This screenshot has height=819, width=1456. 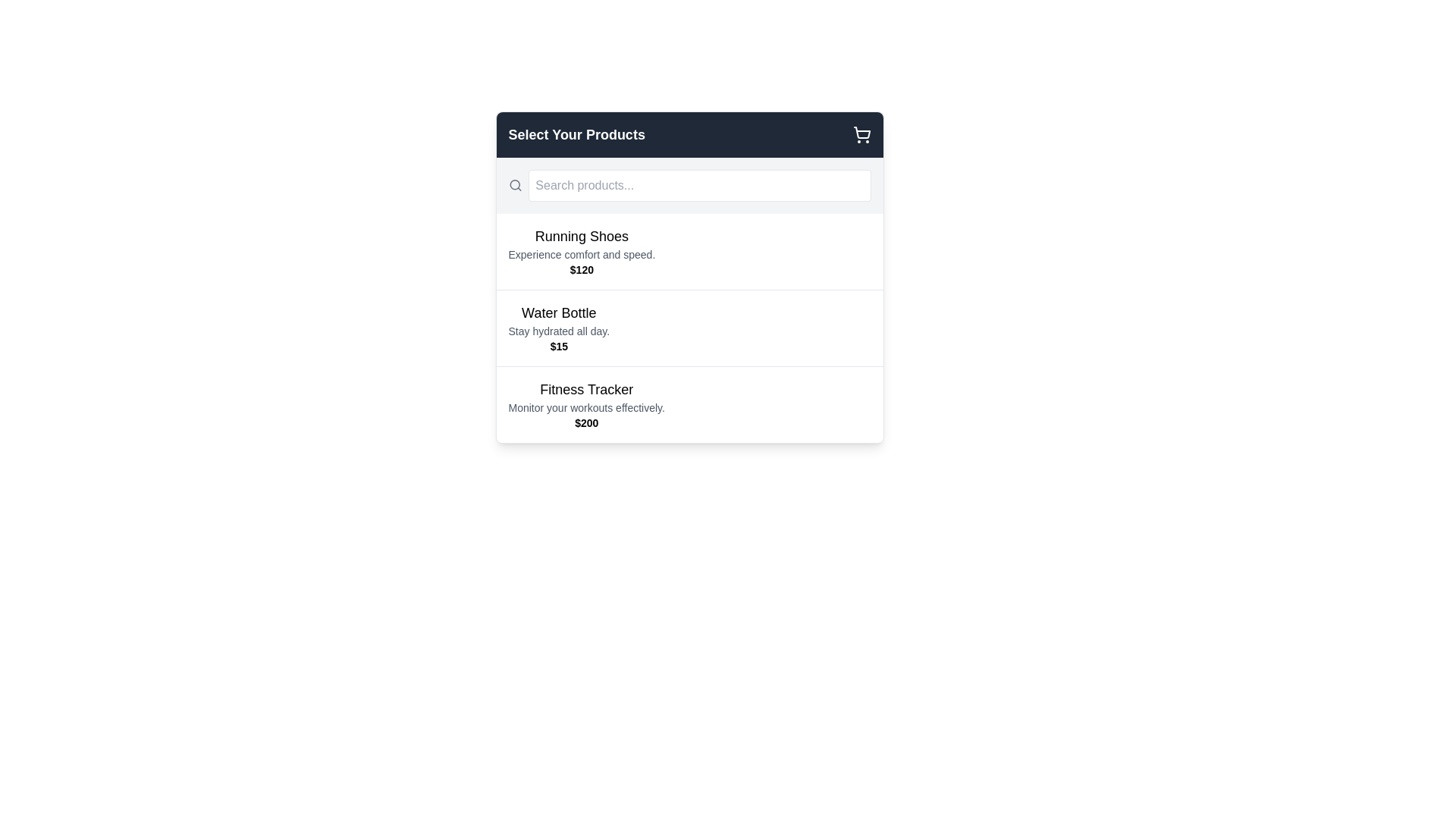 What do you see at coordinates (585, 403) in the screenshot?
I see `the third product information component` at bounding box center [585, 403].